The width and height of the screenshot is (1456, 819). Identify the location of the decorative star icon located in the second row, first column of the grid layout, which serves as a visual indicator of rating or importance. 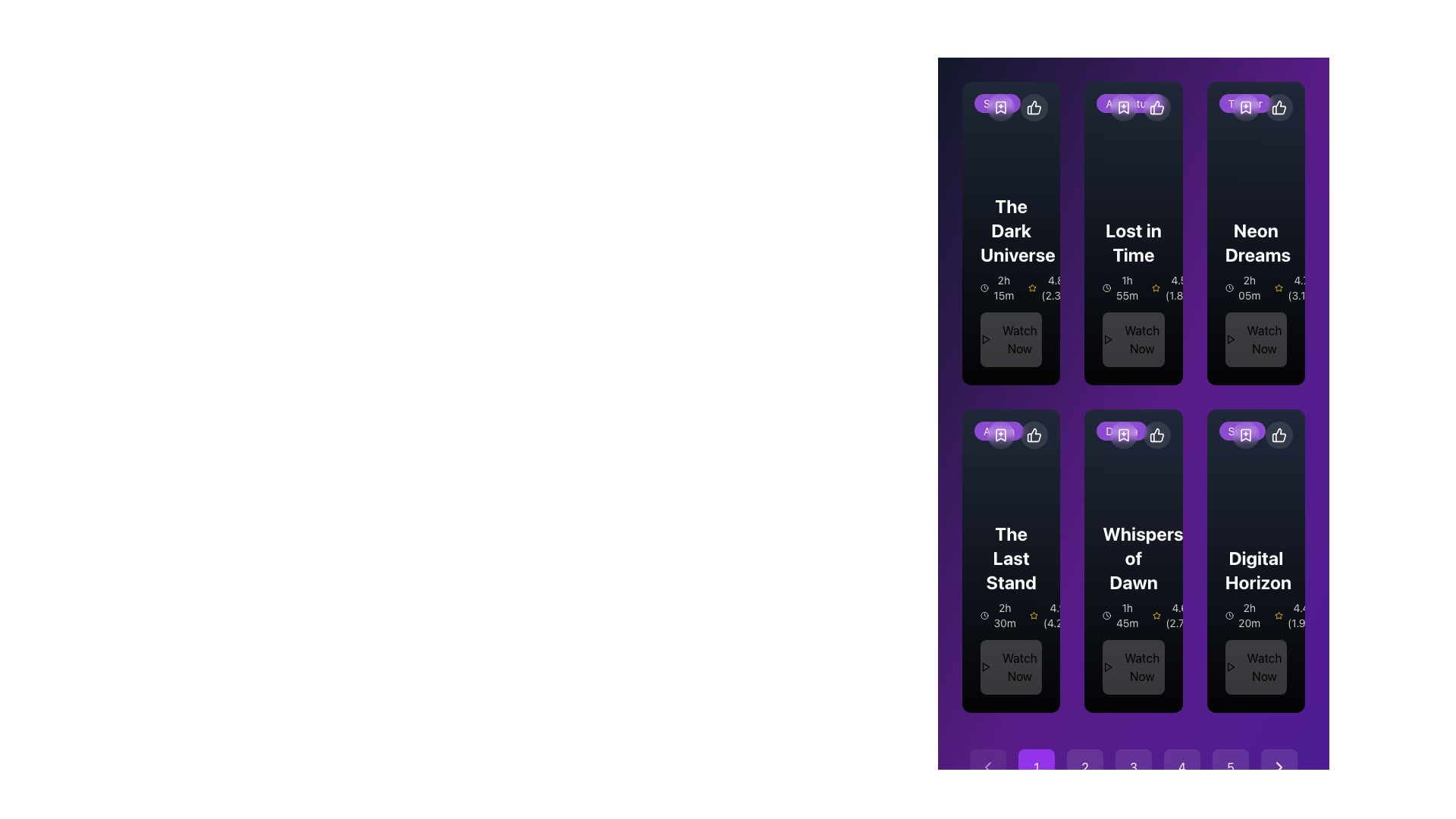
(1155, 287).